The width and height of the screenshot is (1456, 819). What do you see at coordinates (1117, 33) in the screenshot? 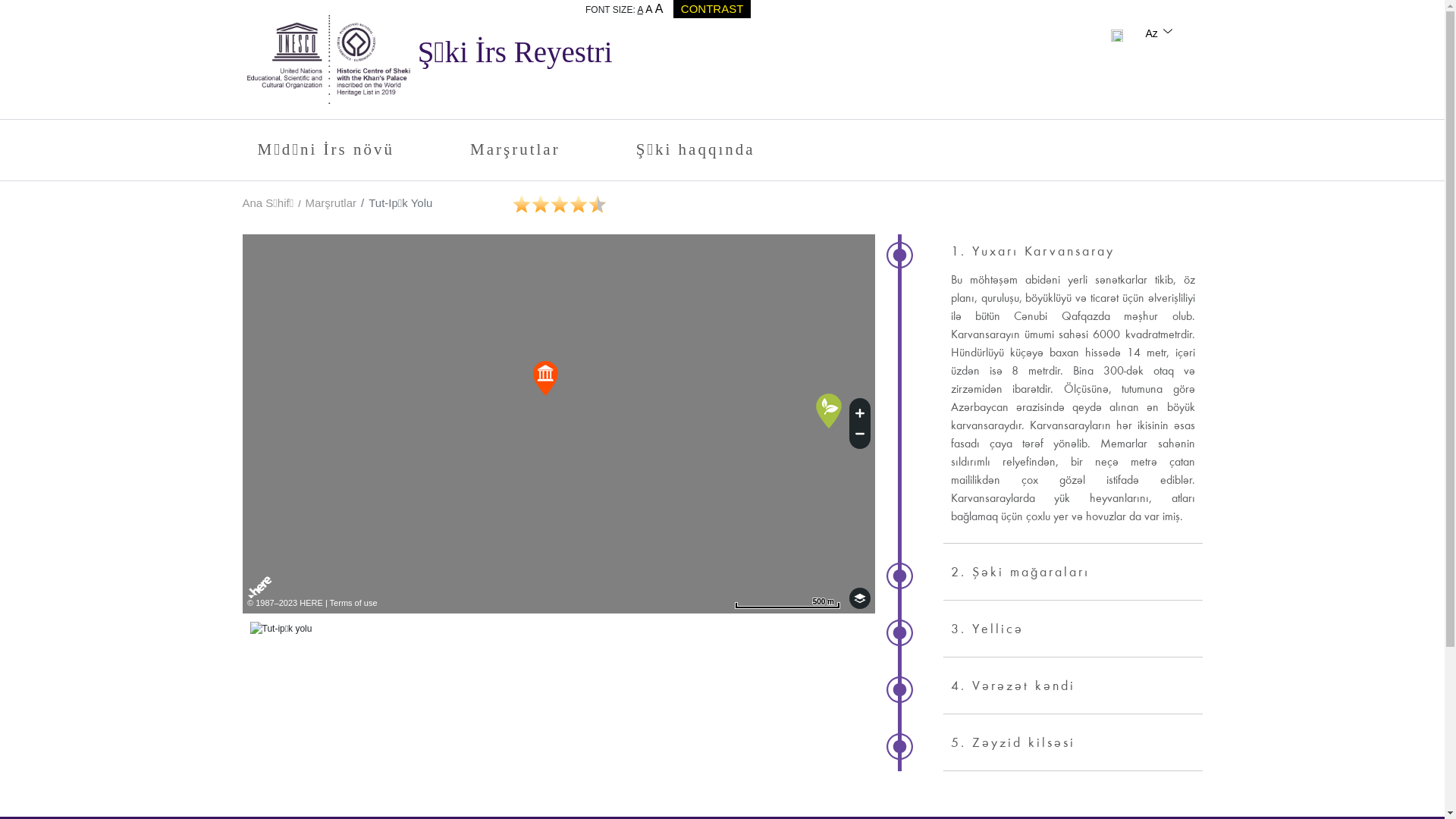
I see `' '` at bounding box center [1117, 33].